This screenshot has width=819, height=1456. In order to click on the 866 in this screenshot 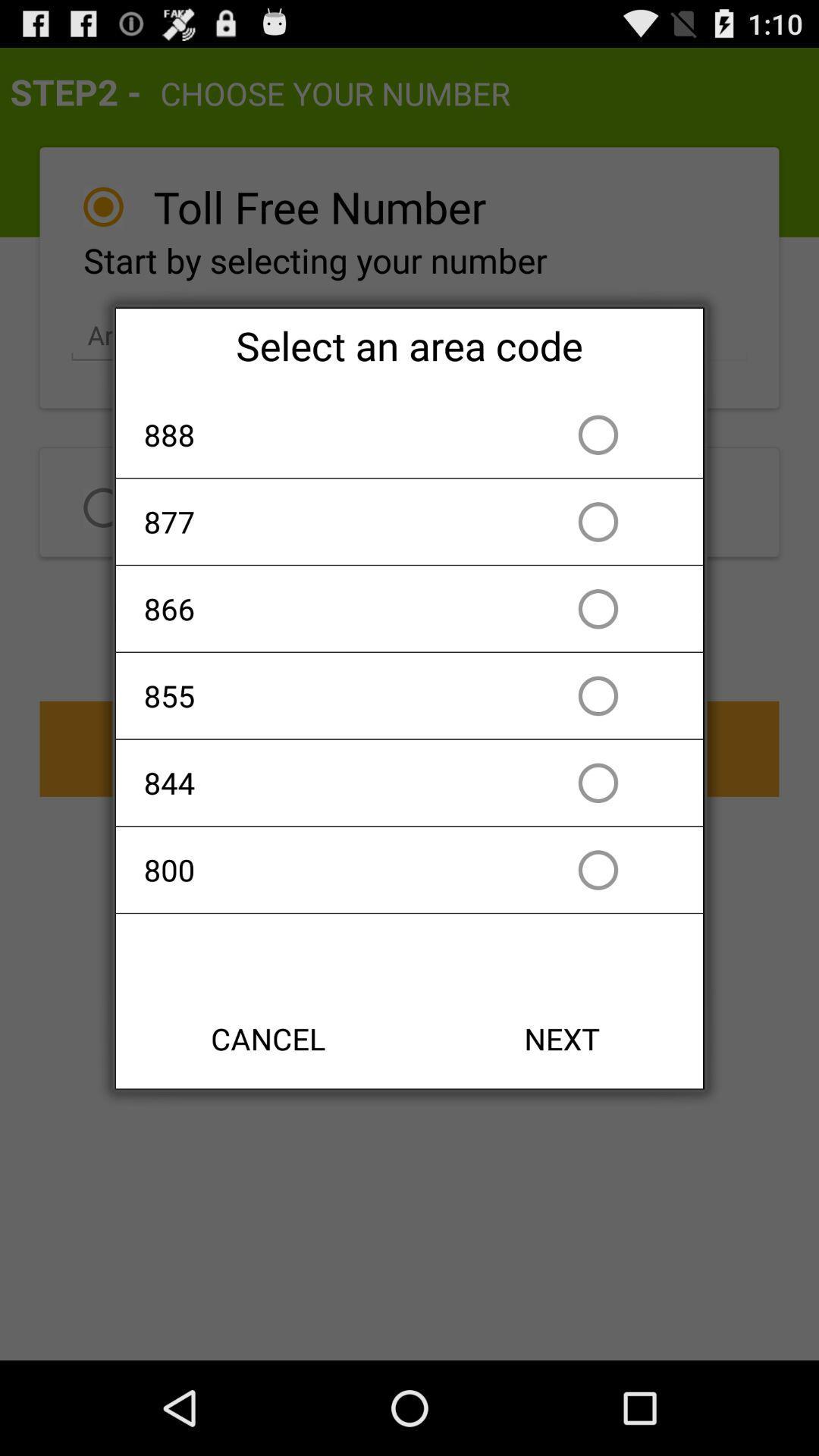, I will do `click(322, 608)`.